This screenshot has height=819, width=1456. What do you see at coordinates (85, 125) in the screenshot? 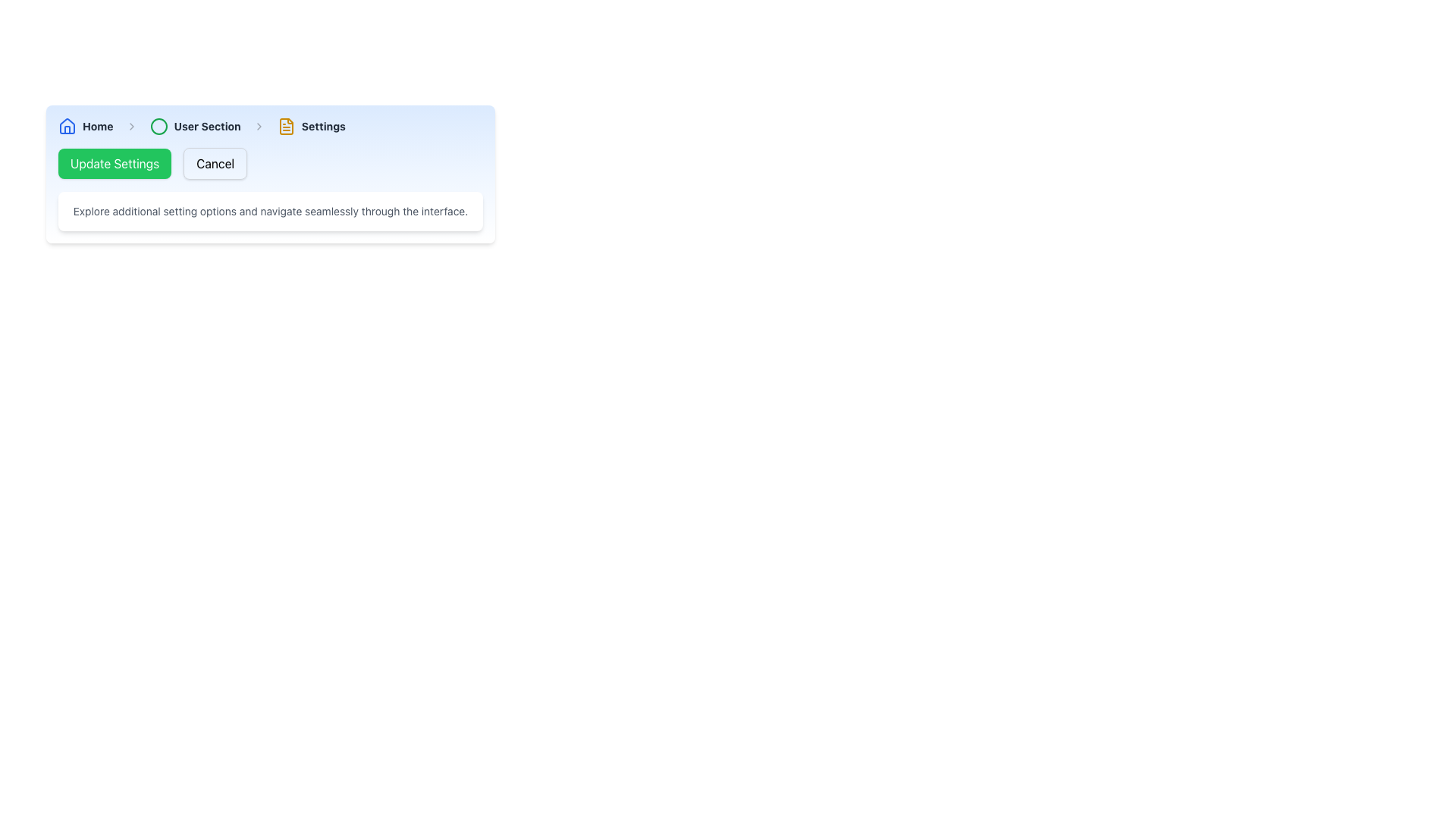
I see `the 'Home' breadcrumb navigation item` at bounding box center [85, 125].